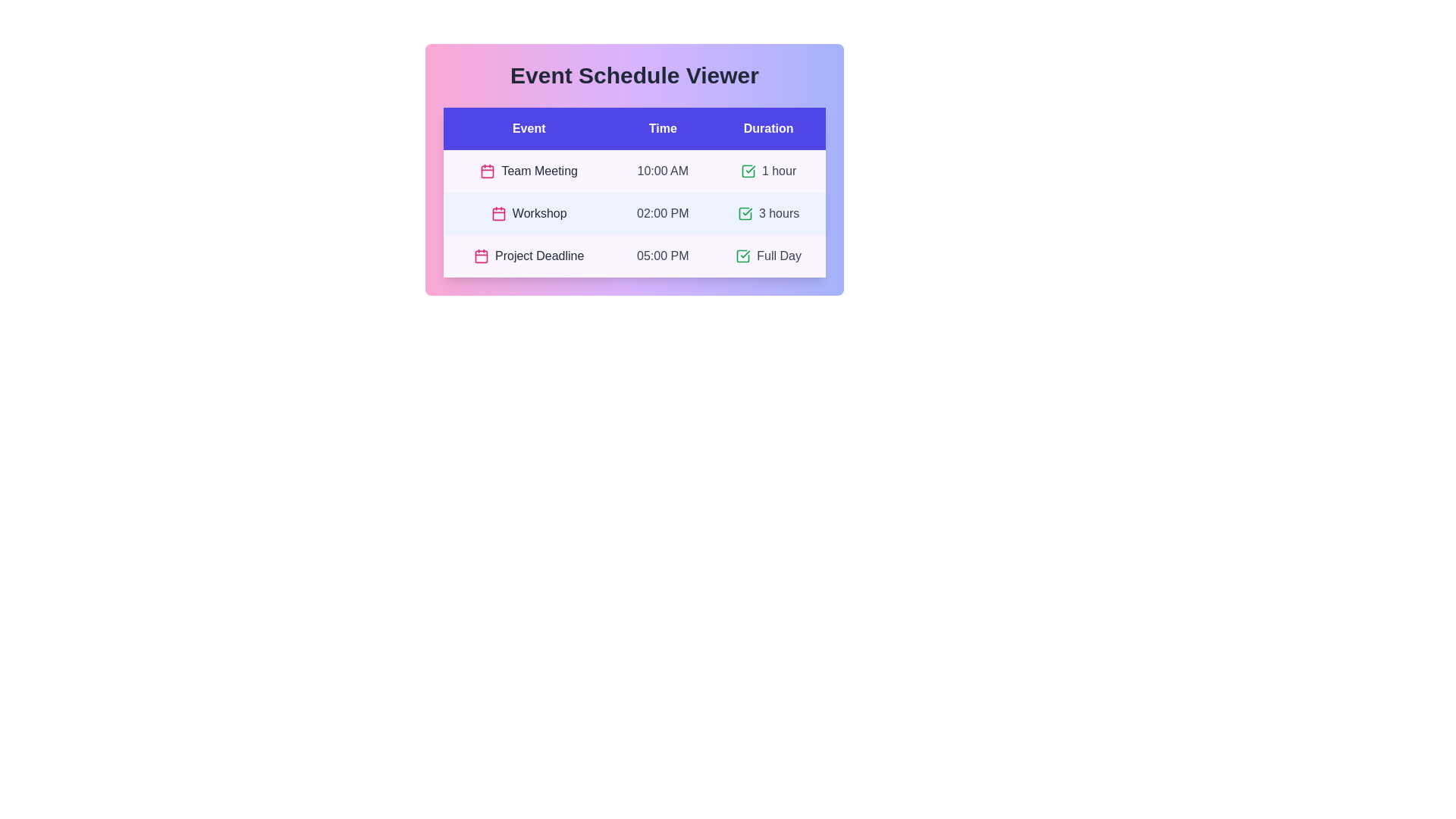 This screenshot has width=1456, height=819. Describe the element at coordinates (634, 213) in the screenshot. I see `the event row corresponding to Workshop` at that location.